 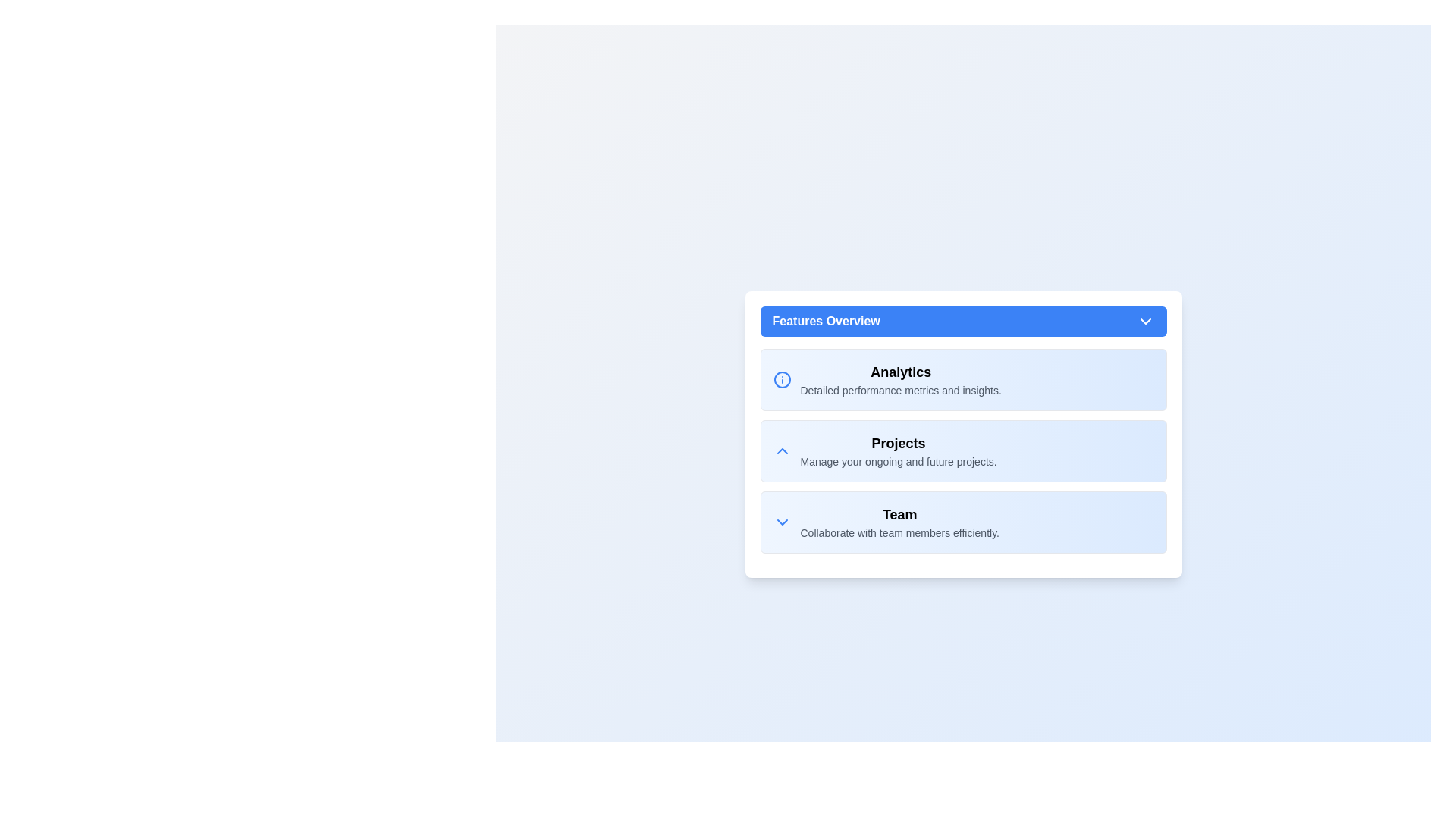 I want to click on descriptive text located underneath the 'Projects' title, which elaborates on the purpose and scope of the section, so click(x=899, y=461).